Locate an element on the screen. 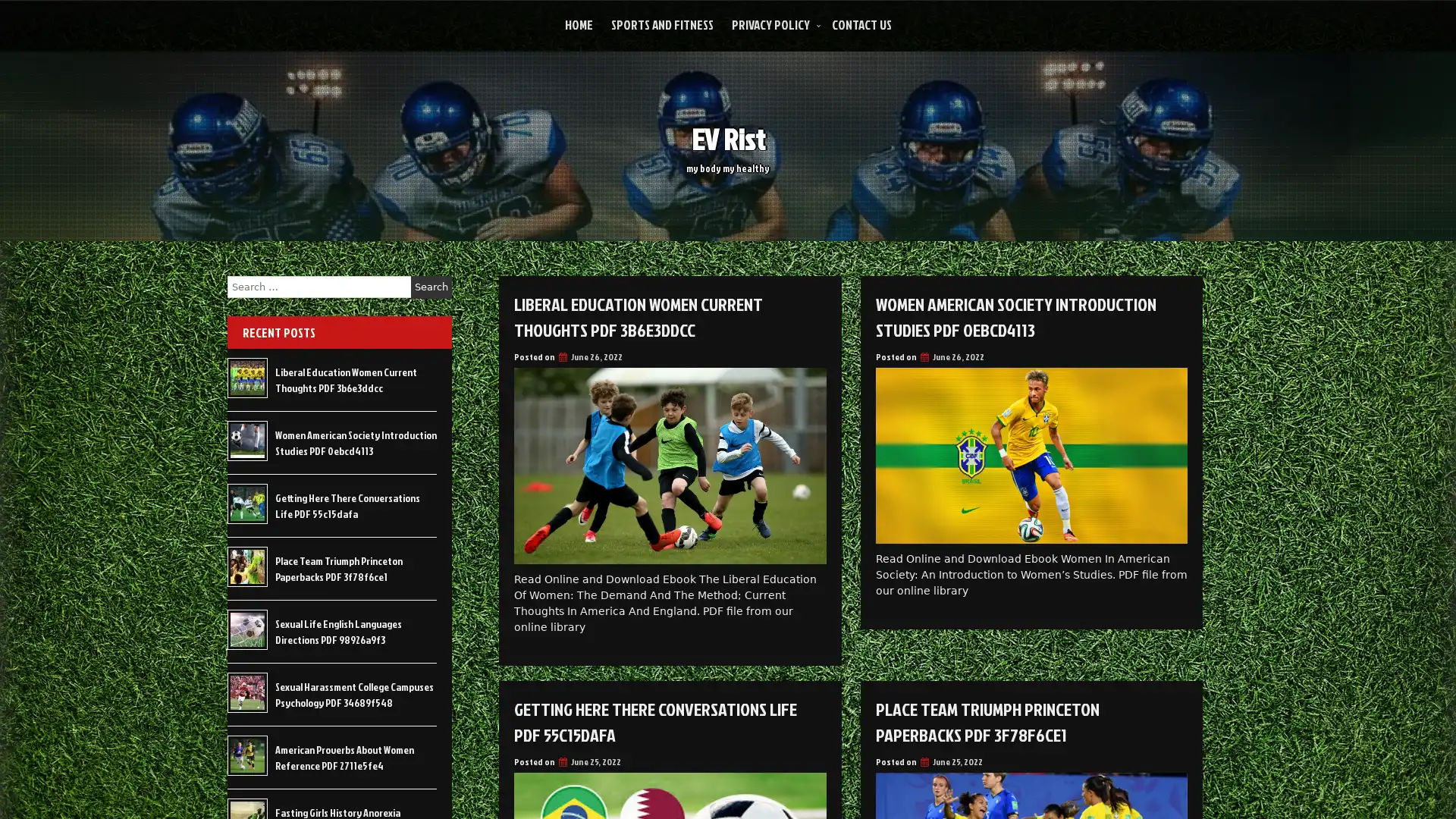  Search is located at coordinates (431, 287).